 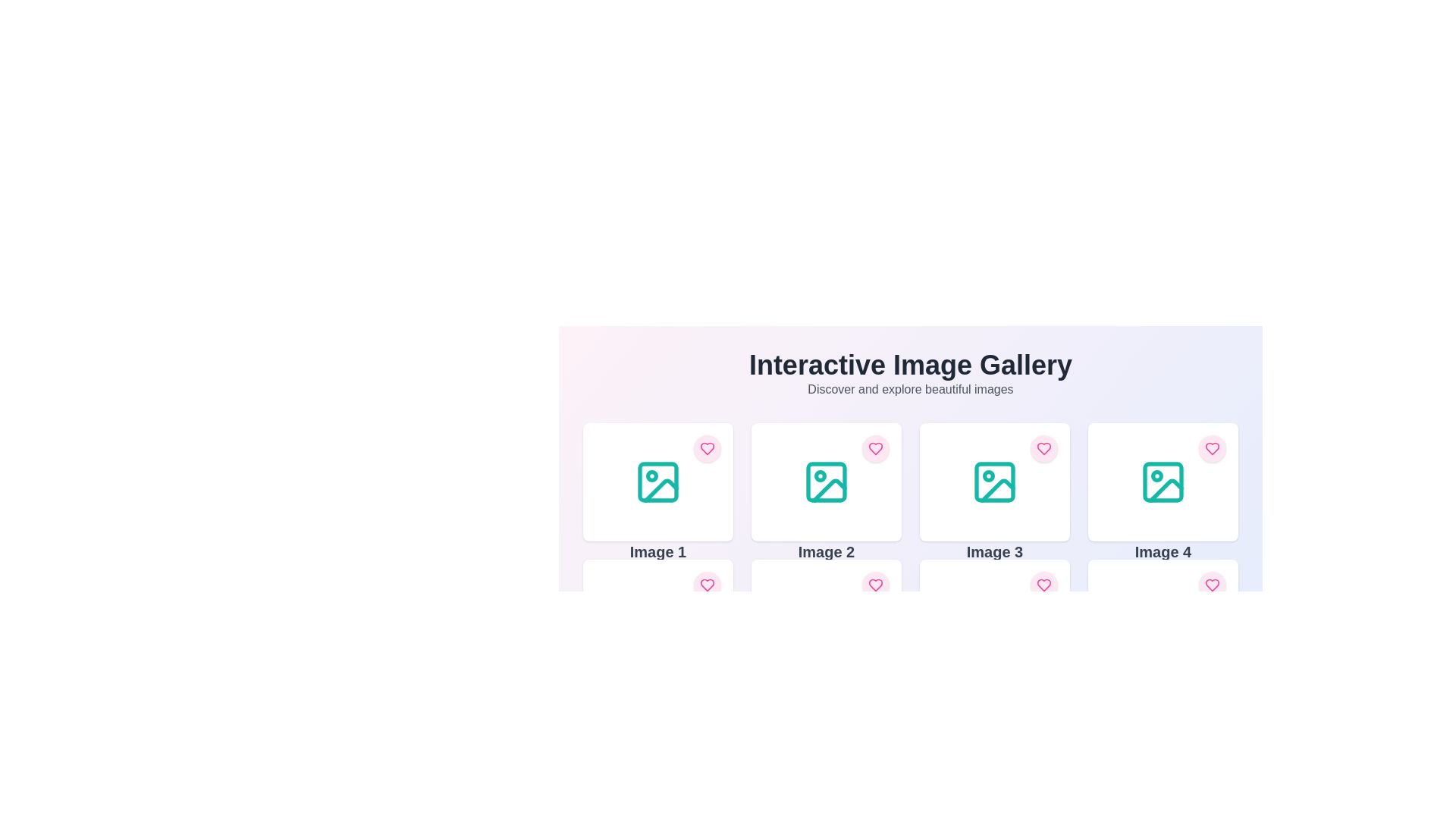 I want to click on the interactive card located in the top-left corner of the grid layout, which features a white background, rounded corners, a teal image outline icon in the center, and a pink heart icon in the top-right corner, so click(x=658, y=482).